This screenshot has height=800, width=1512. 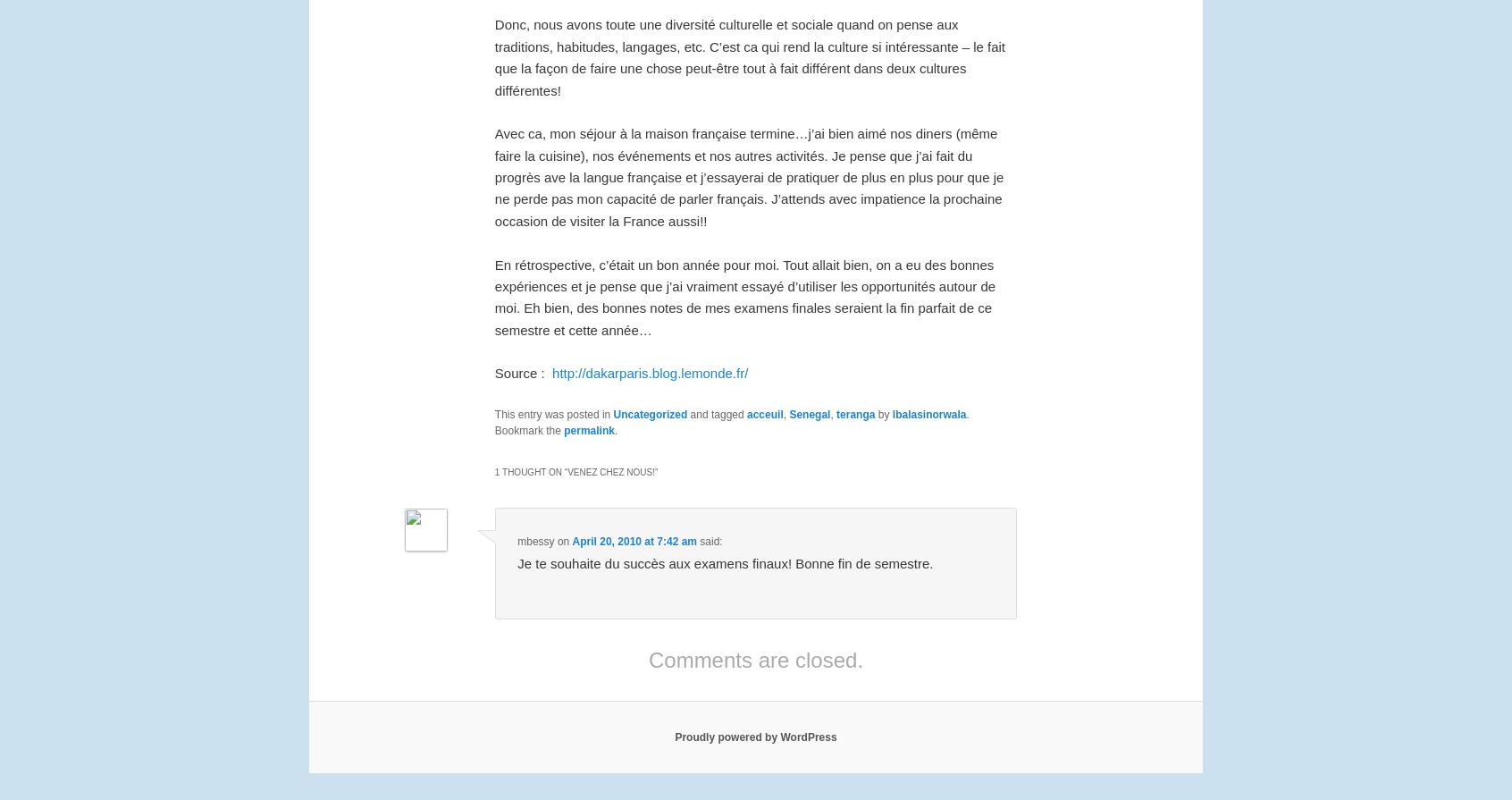 I want to click on 'Uncategorized', so click(x=612, y=413).